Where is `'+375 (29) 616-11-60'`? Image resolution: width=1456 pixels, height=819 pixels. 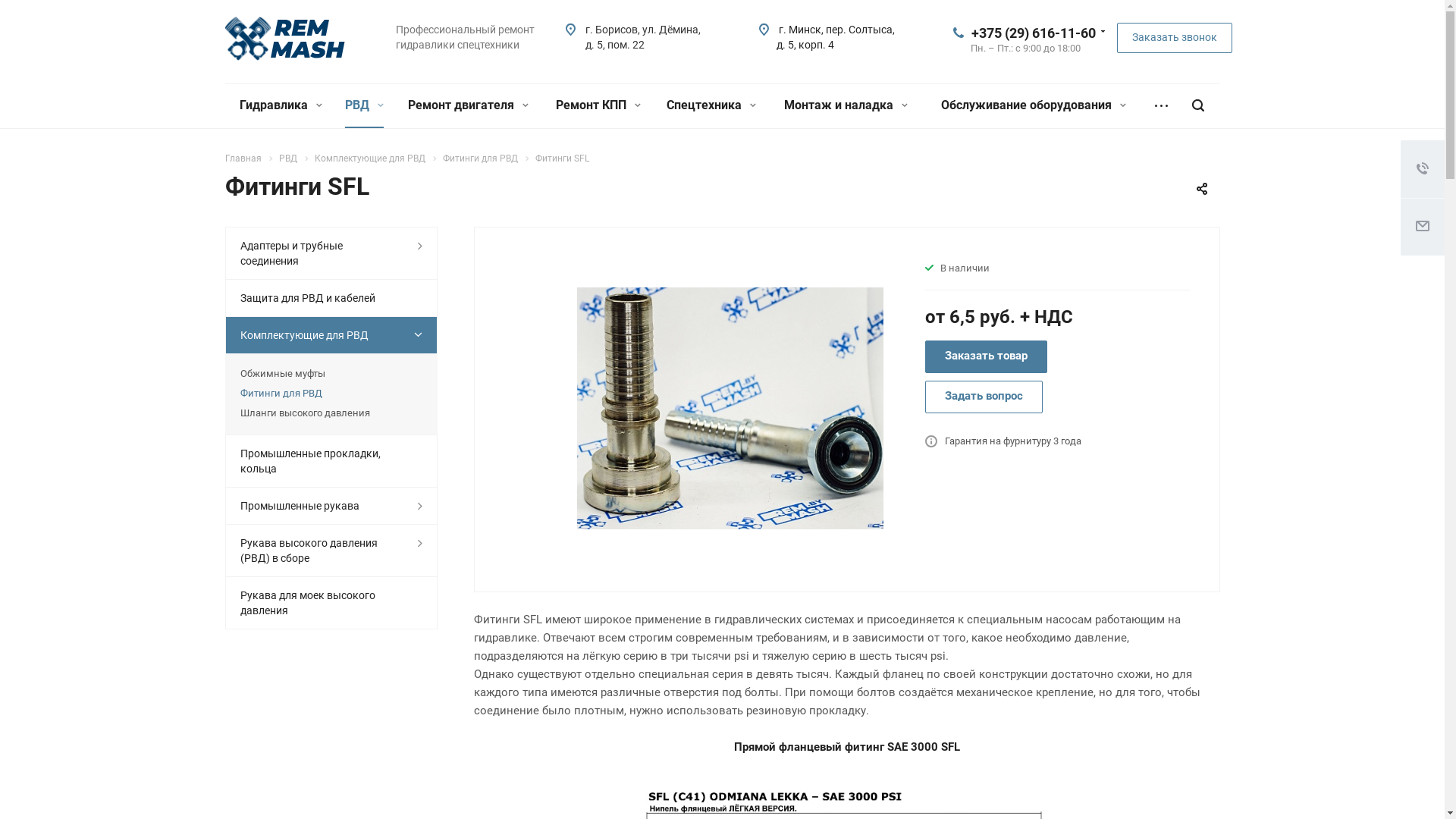 '+375 (29) 616-11-60' is located at coordinates (1032, 32).